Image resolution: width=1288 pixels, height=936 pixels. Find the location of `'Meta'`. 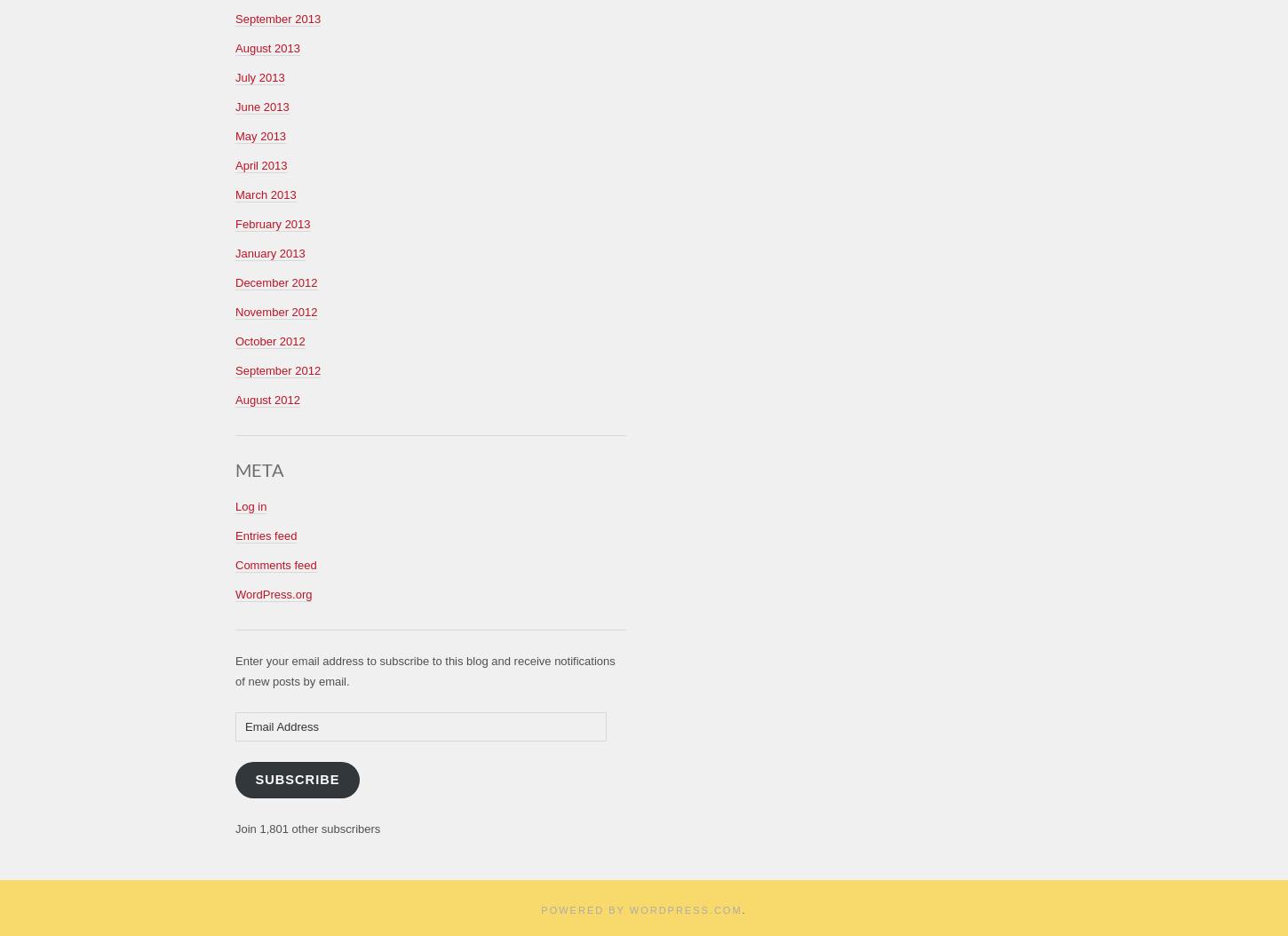

'Meta' is located at coordinates (259, 468).